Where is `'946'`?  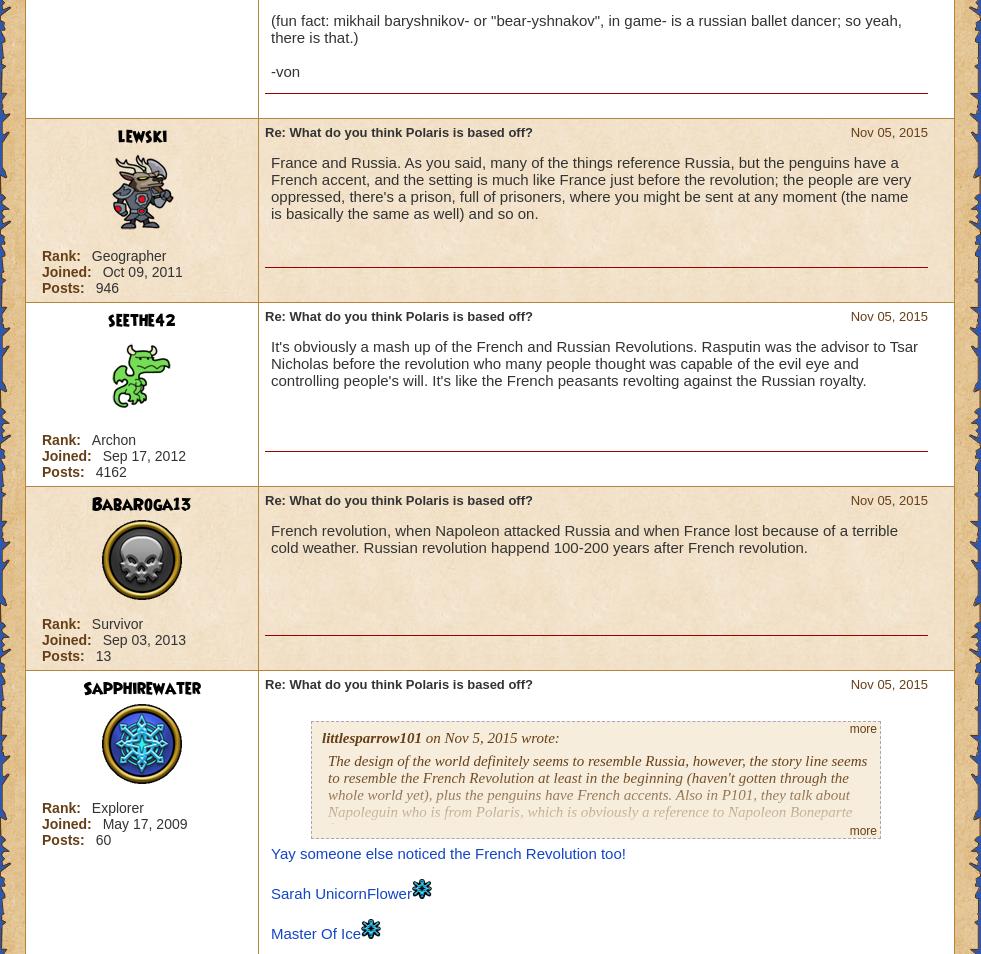
'946' is located at coordinates (106, 288).